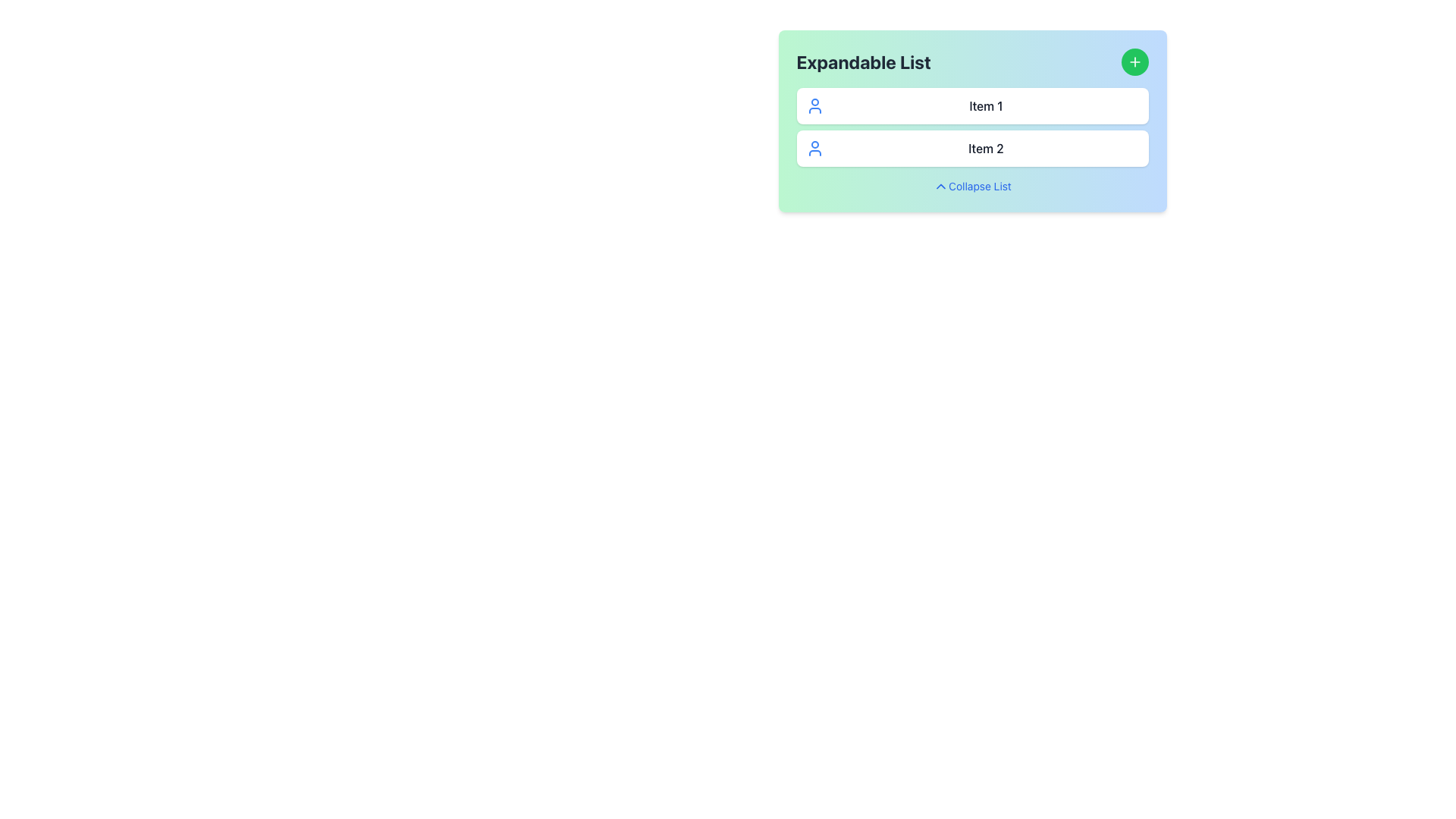 The height and width of the screenshot is (819, 1456). I want to click on the button located in the top-right corner of the 'Expandable List' card, so click(1134, 61).